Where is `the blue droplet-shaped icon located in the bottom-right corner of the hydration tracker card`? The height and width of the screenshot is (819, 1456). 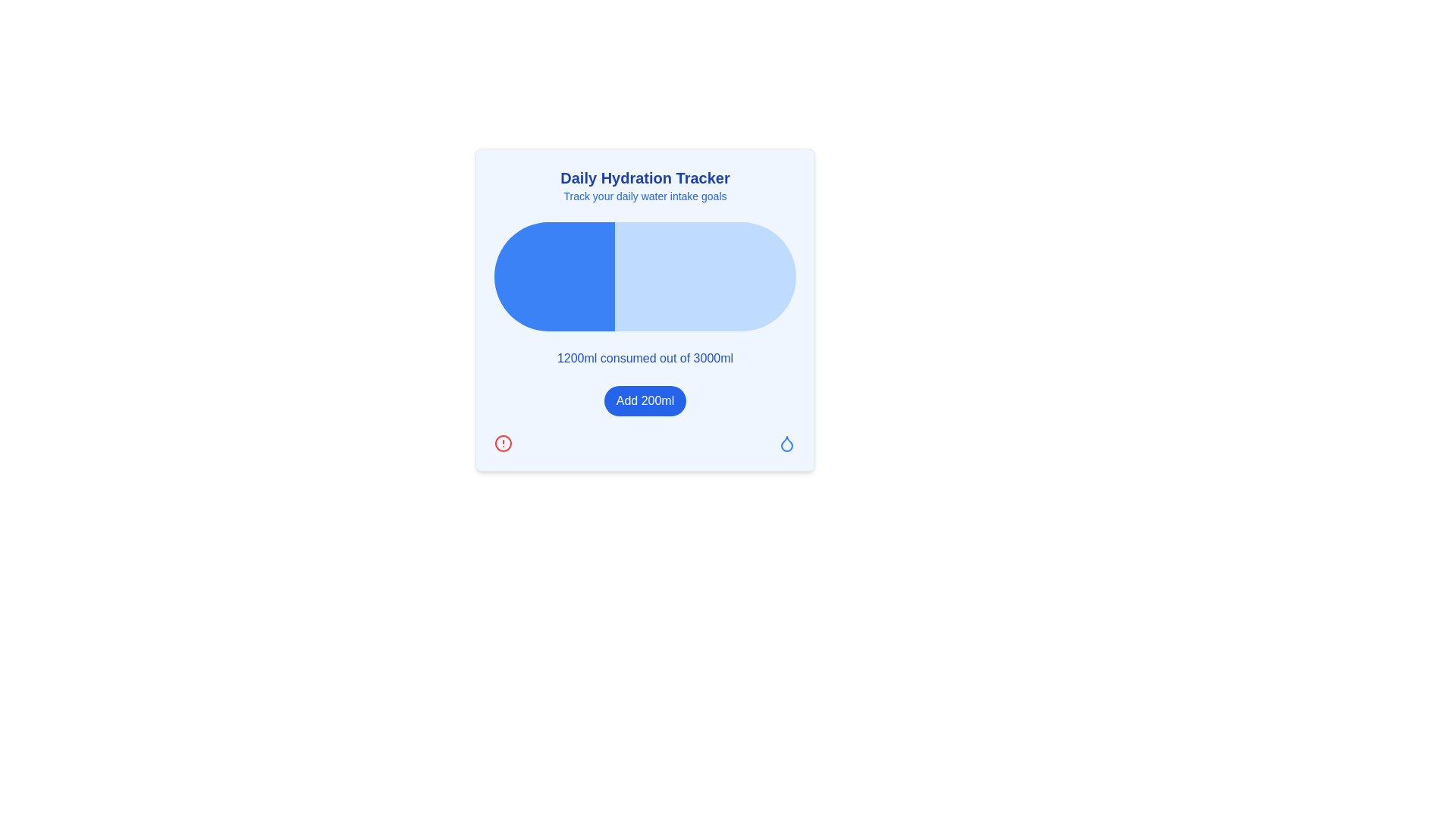
the blue droplet-shaped icon located in the bottom-right corner of the hydration tracker card is located at coordinates (786, 444).